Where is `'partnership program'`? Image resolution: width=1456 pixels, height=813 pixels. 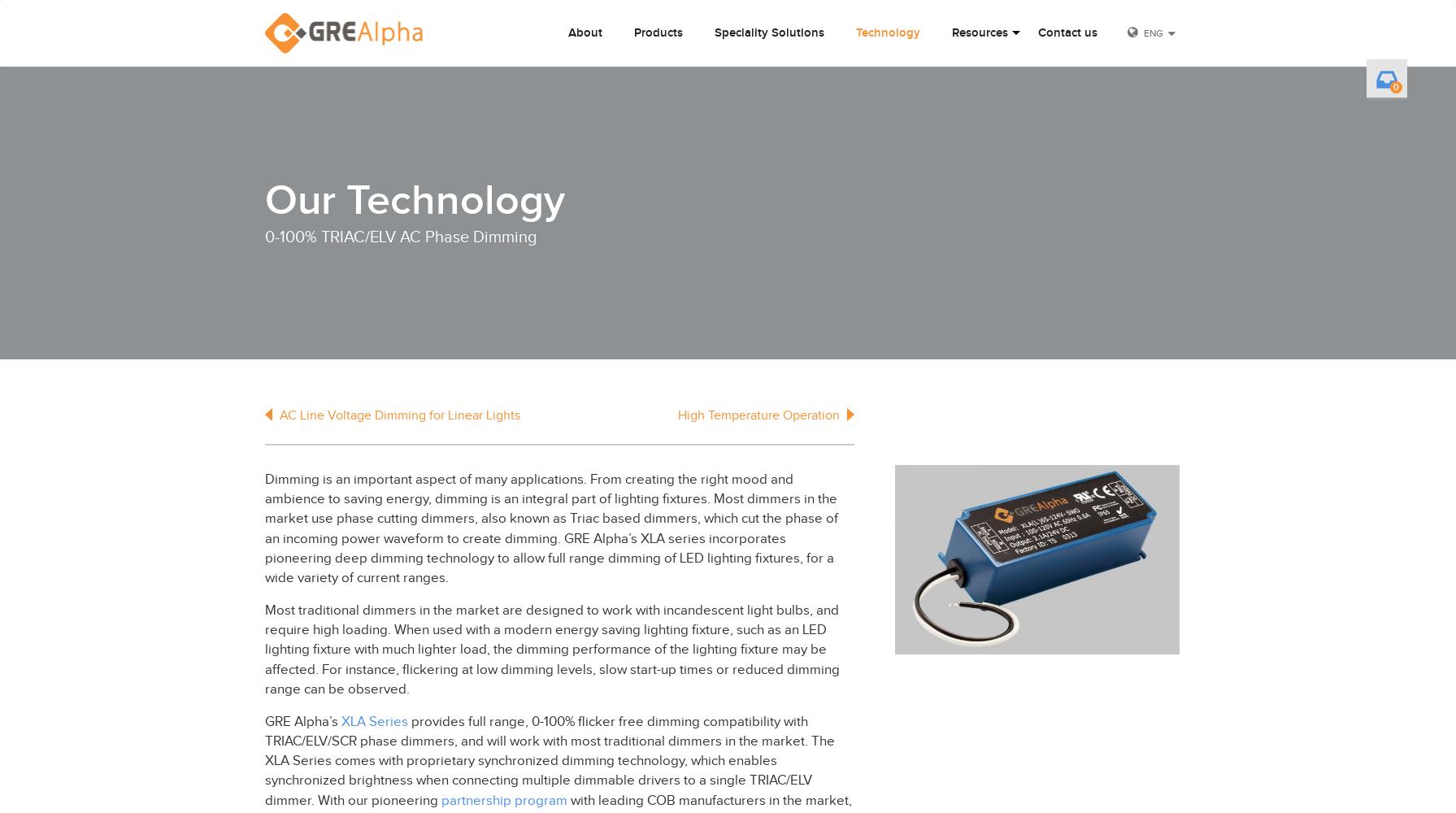
'partnership program' is located at coordinates (503, 799).